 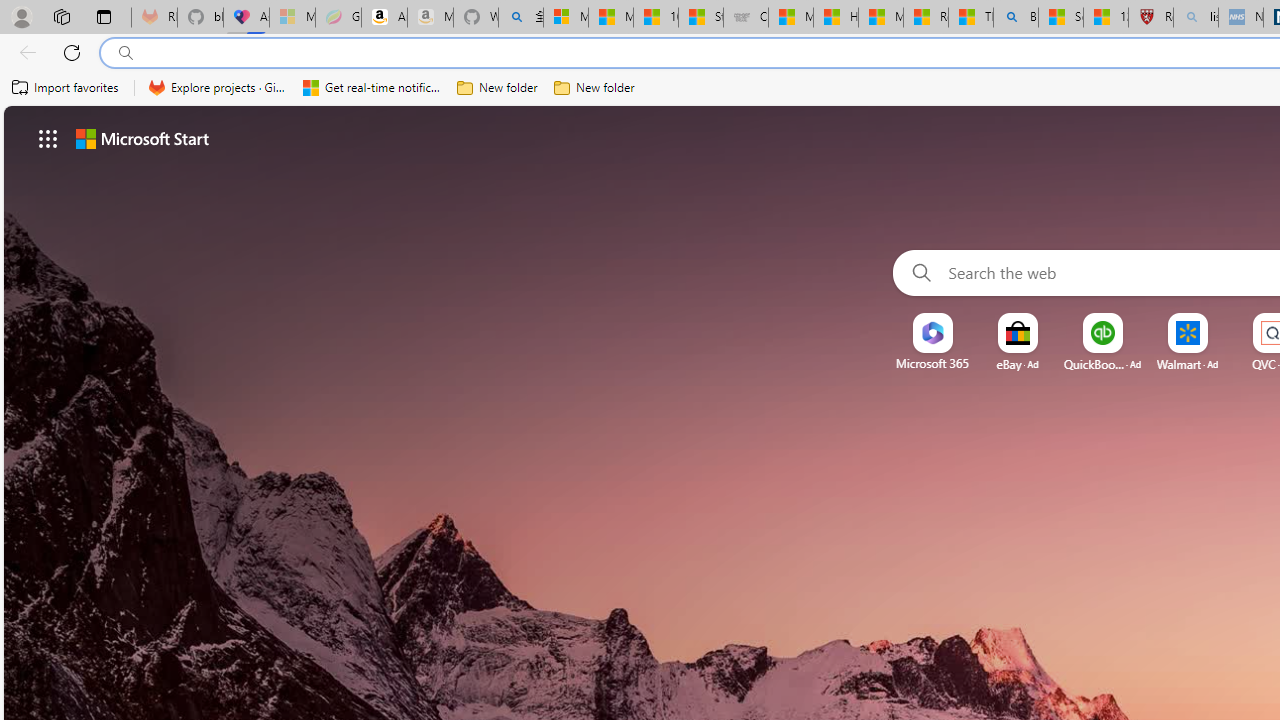 What do you see at coordinates (1104, 17) in the screenshot?
I see `'12 Popular Science Lies that Must be Corrected'` at bounding box center [1104, 17].